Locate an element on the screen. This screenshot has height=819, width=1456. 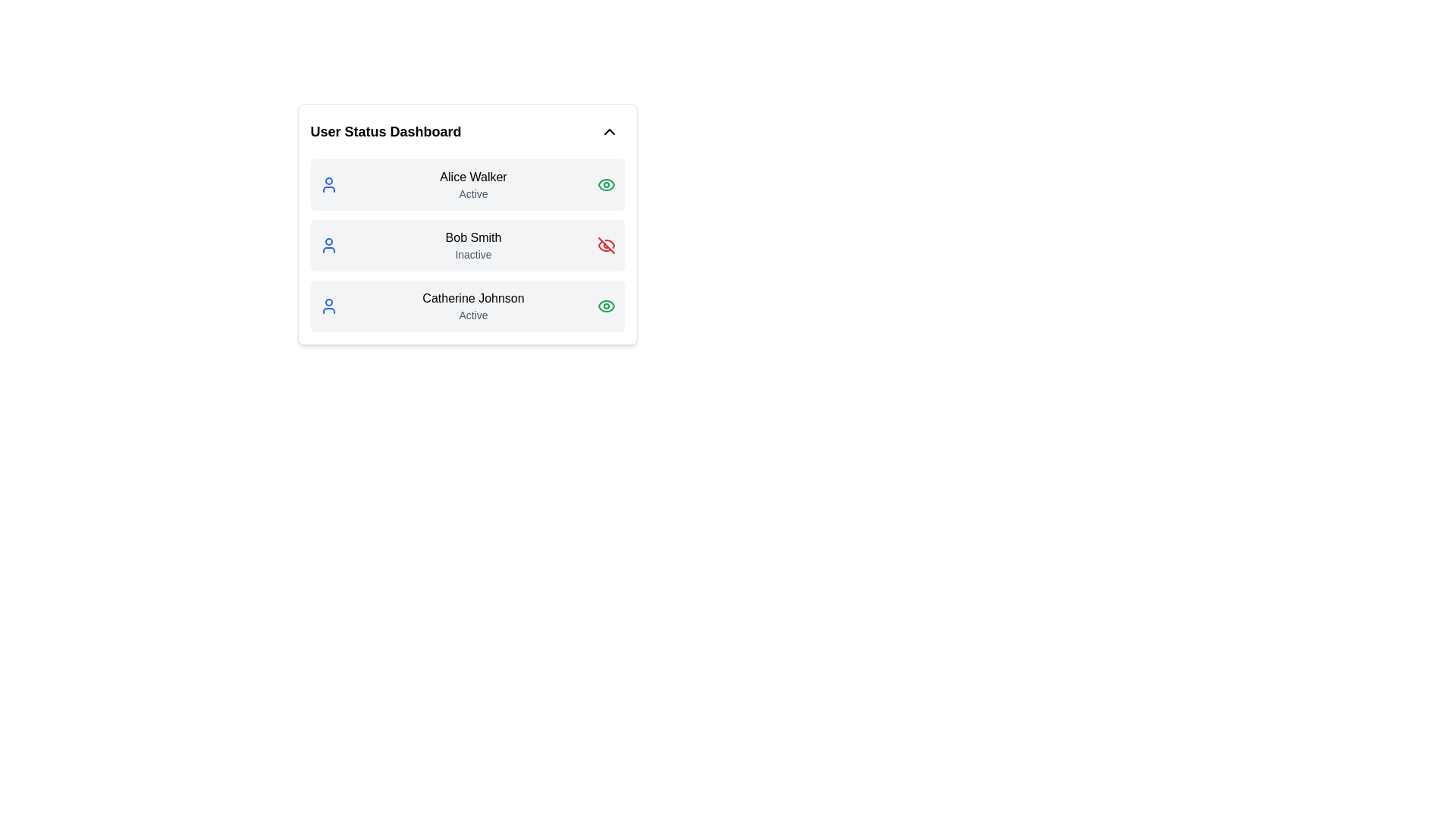
the text display element that shows 'Alice Walker' prominently above 'Active' is located at coordinates (472, 184).